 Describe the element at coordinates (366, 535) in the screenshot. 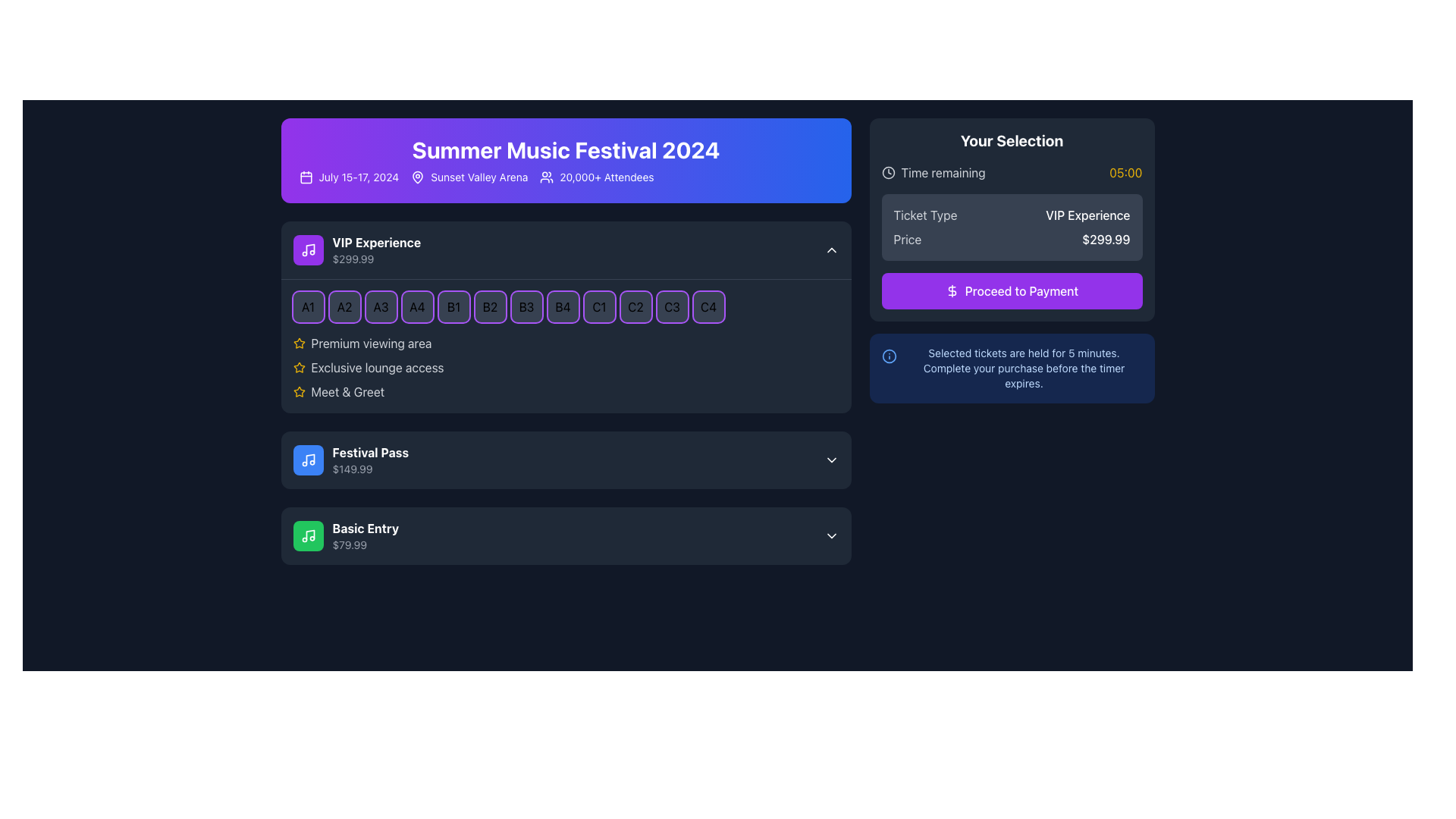

I see `information displayed in the textual label which includes 'Basic Entry' in bold font and the price '$79.99', located in the green-highlighted ticket option at the bottom of the ticket options column` at that location.